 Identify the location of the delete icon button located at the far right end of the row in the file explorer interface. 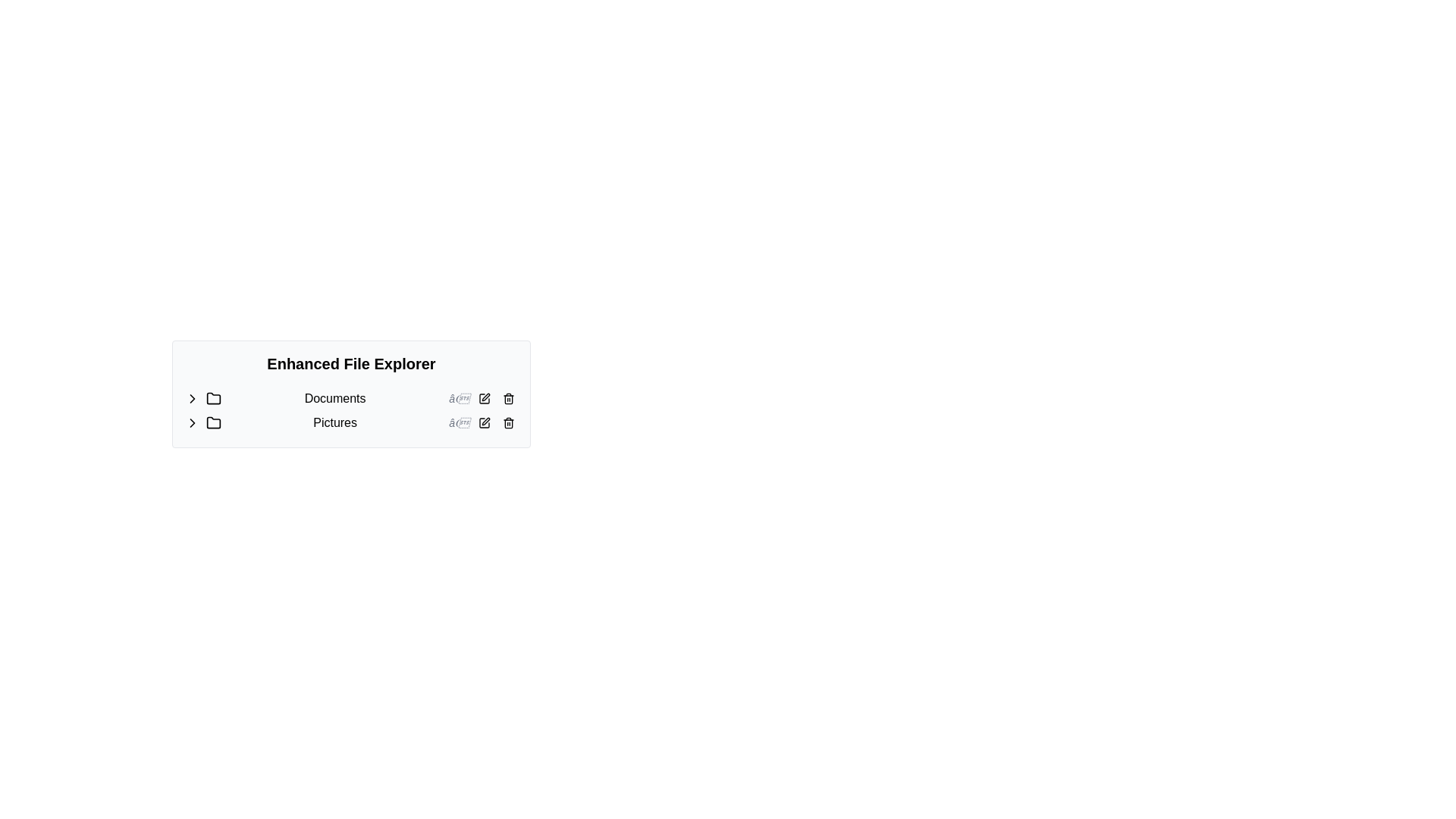
(509, 397).